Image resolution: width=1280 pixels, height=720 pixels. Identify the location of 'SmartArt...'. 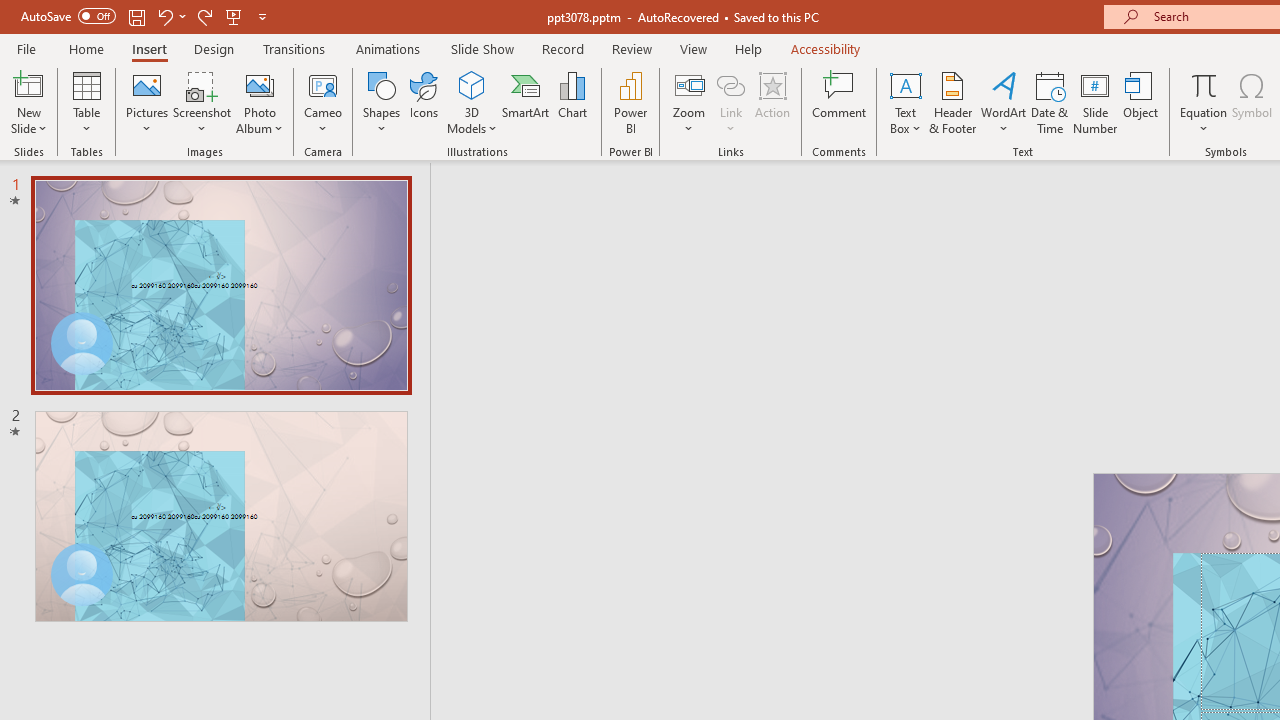
(526, 103).